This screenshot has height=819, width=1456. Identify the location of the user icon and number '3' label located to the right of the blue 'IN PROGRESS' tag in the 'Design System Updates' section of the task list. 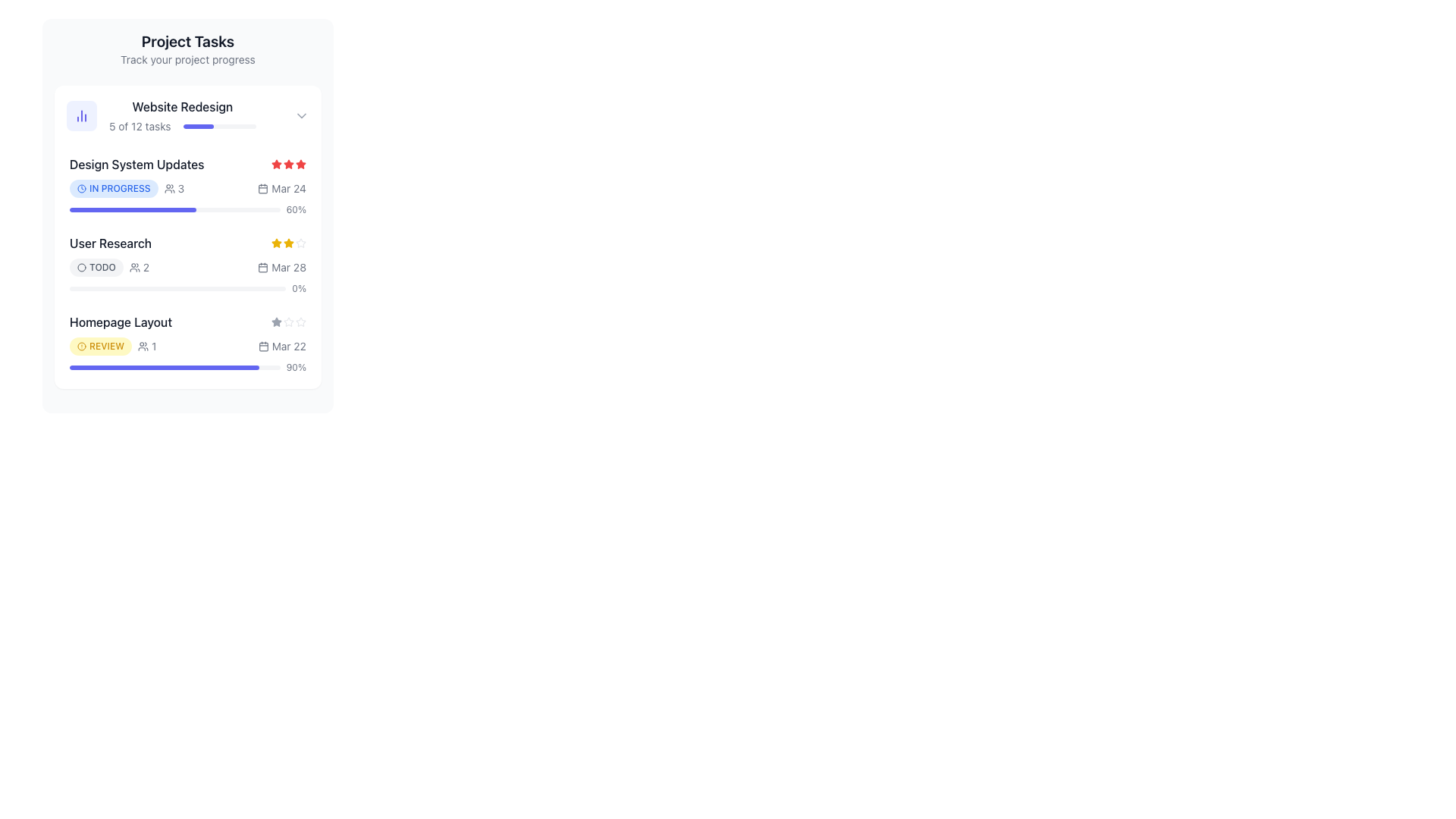
(174, 188).